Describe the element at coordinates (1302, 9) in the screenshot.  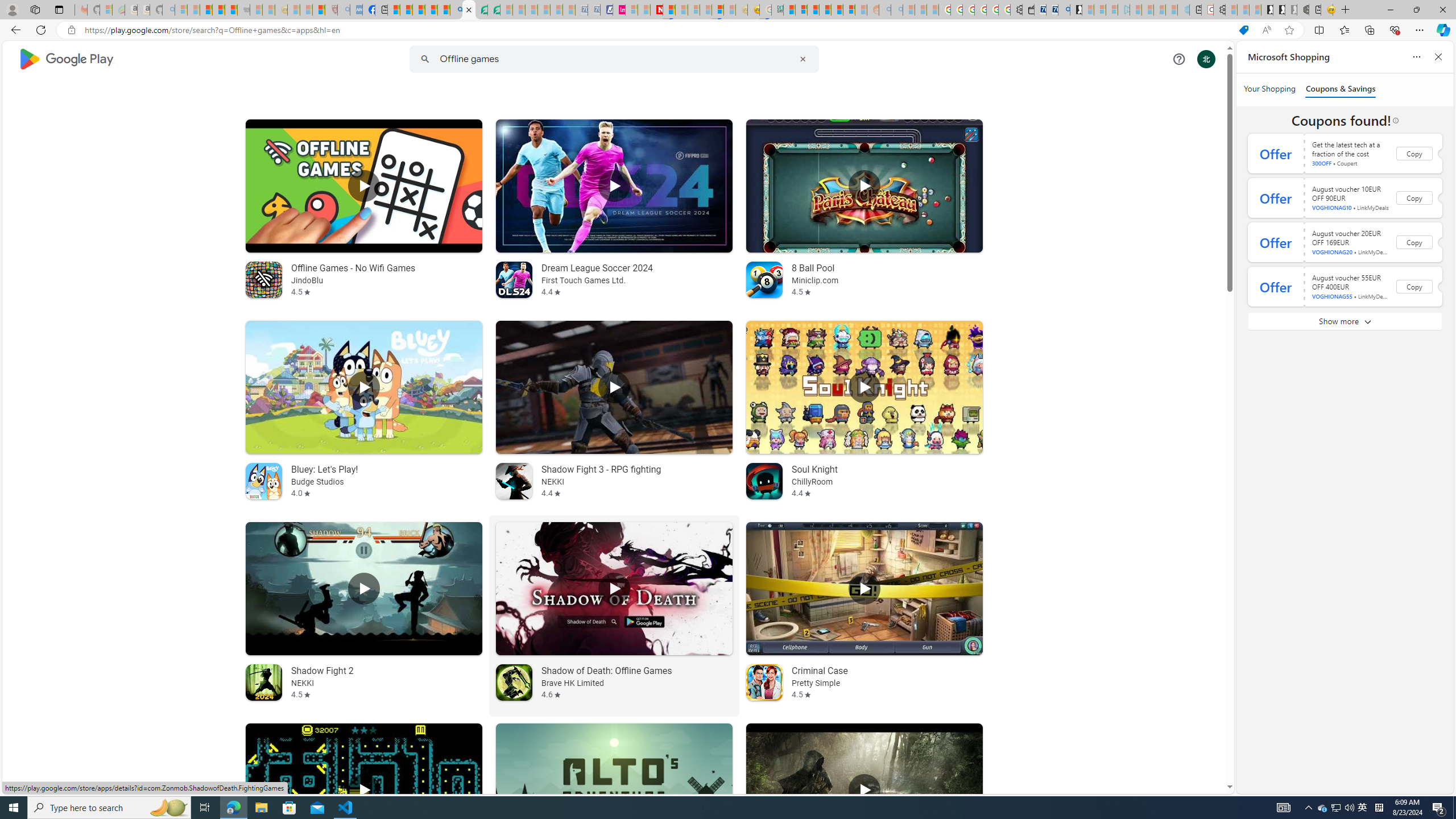
I see `'Nordace - Nordace Siena Is Not An Ordinary Backpack'` at that location.